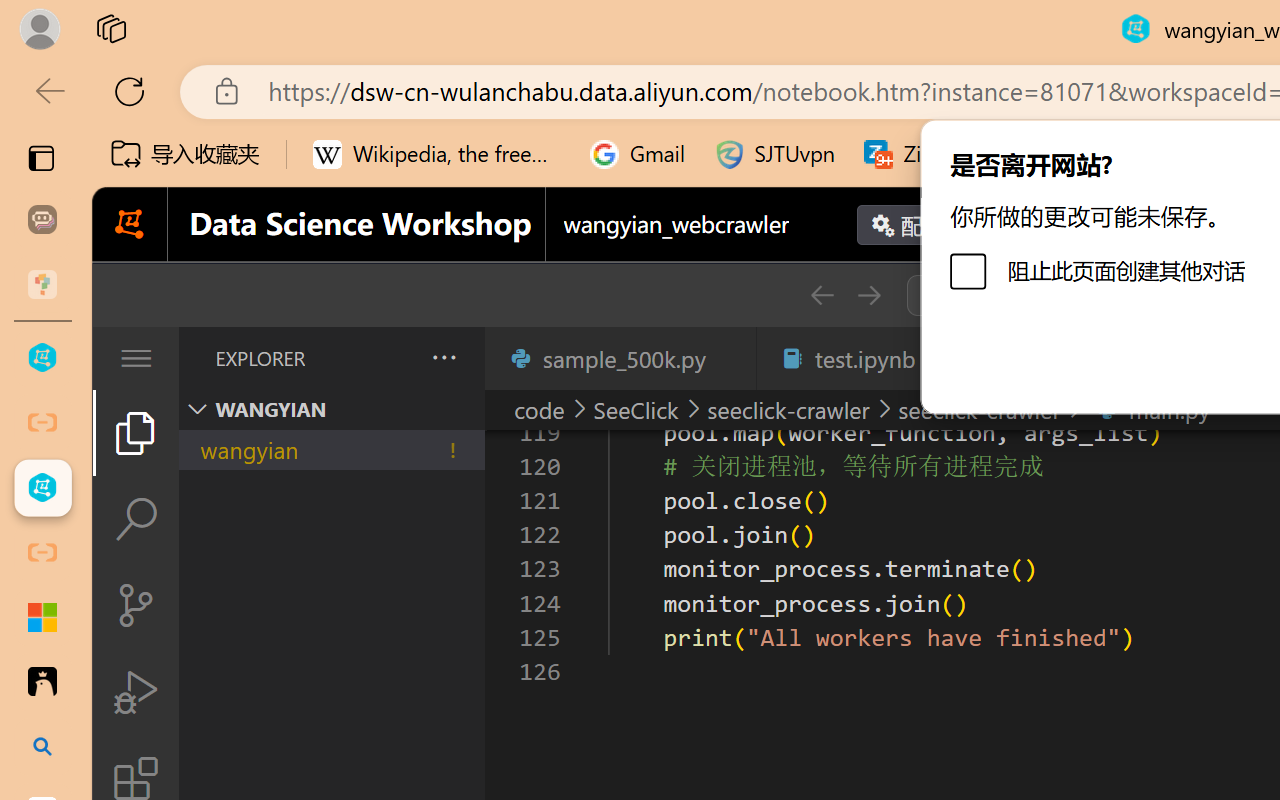 This screenshot has height=800, width=1280. What do you see at coordinates (134, 692) in the screenshot?
I see `'Run and Debug (Ctrl+Shift+D)'` at bounding box center [134, 692].